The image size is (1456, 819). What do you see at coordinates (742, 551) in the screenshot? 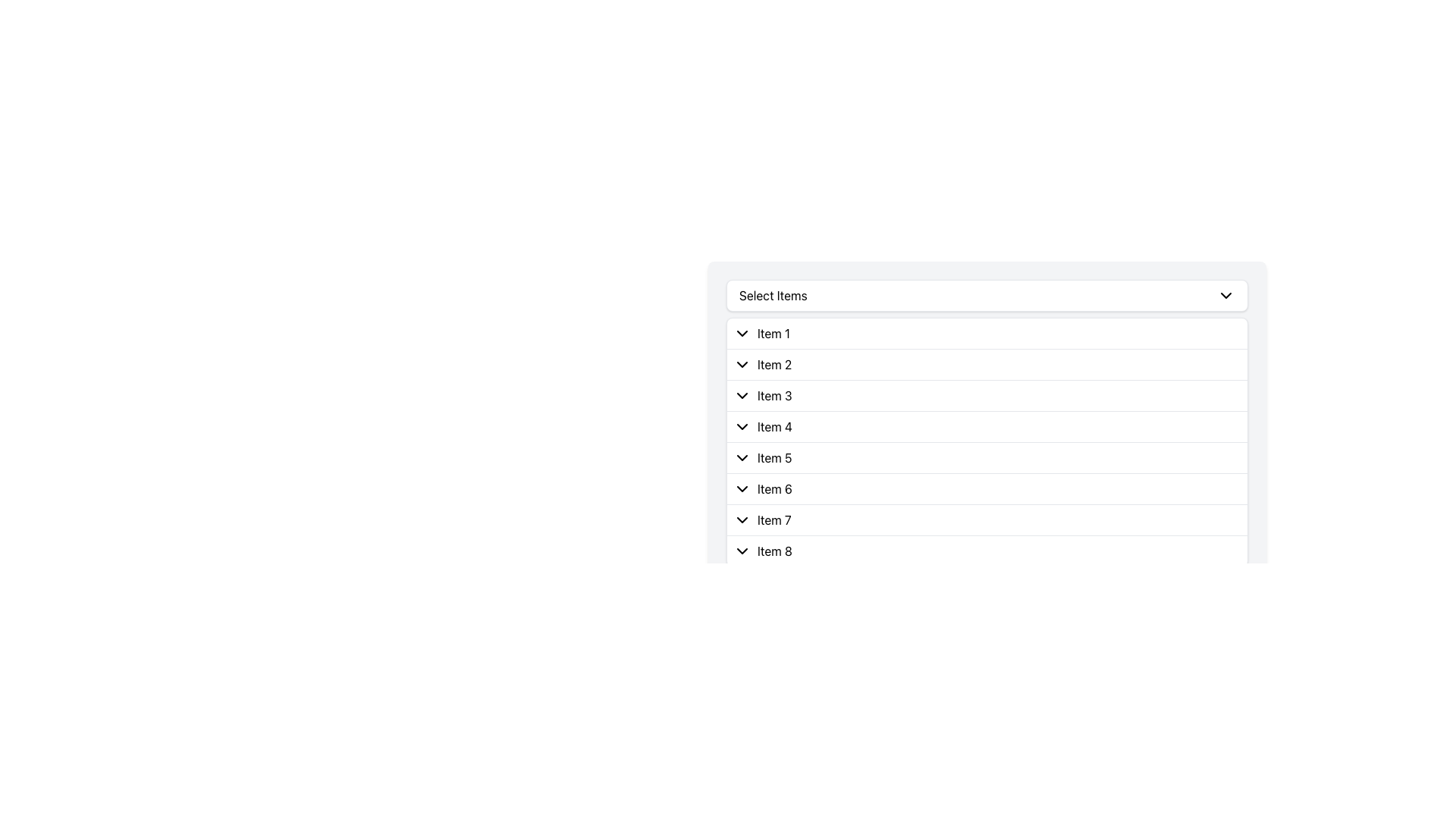
I see `the small chevron-down icon rendered in black that is adjacent to the text 'Item 8'` at bounding box center [742, 551].